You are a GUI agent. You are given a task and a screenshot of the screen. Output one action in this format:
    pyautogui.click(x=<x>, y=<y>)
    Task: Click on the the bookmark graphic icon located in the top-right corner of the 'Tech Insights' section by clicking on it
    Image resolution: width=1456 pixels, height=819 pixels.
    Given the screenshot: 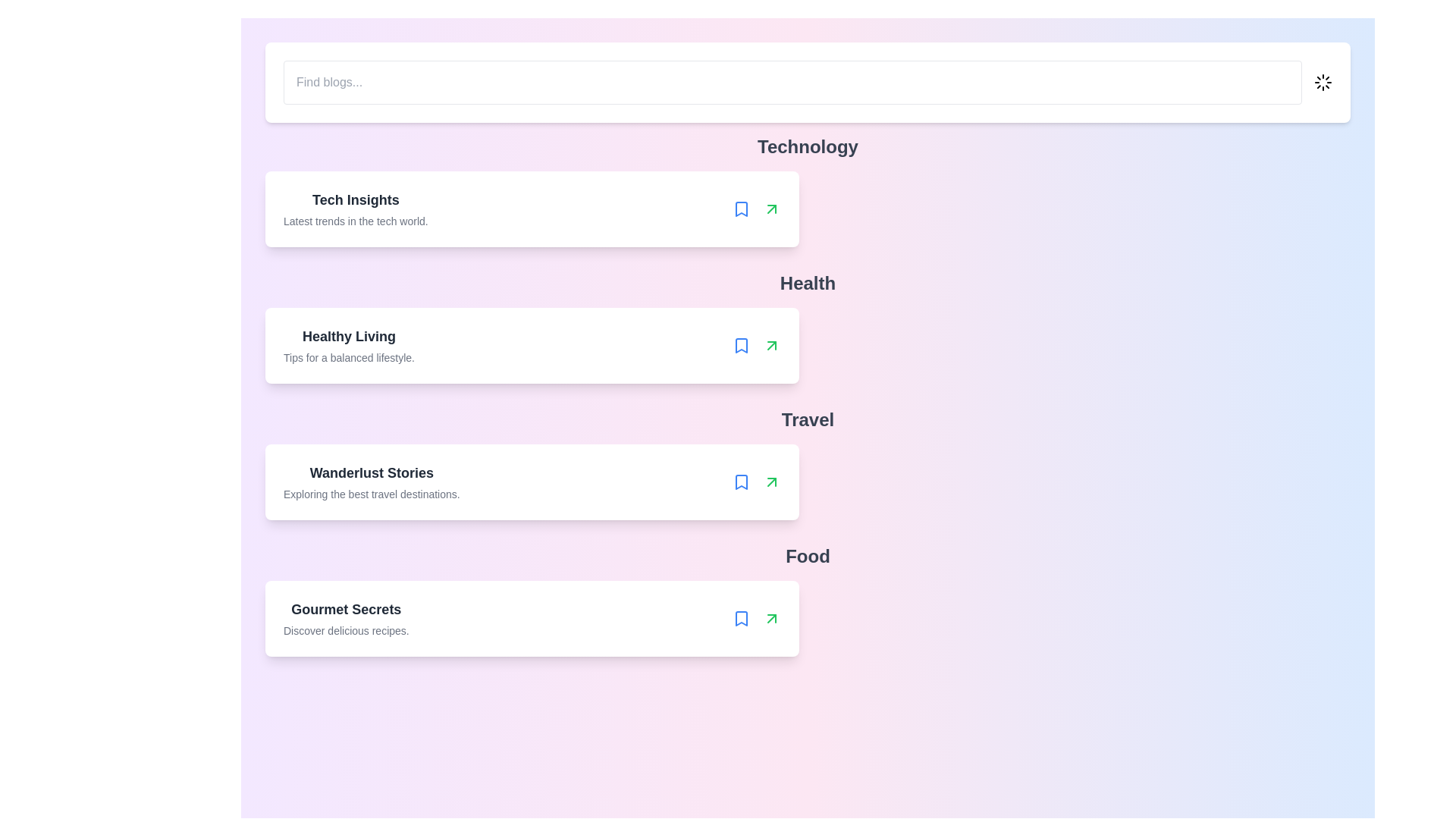 What is the action you would take?
    pyautogui.click(x=741, y=209)
    